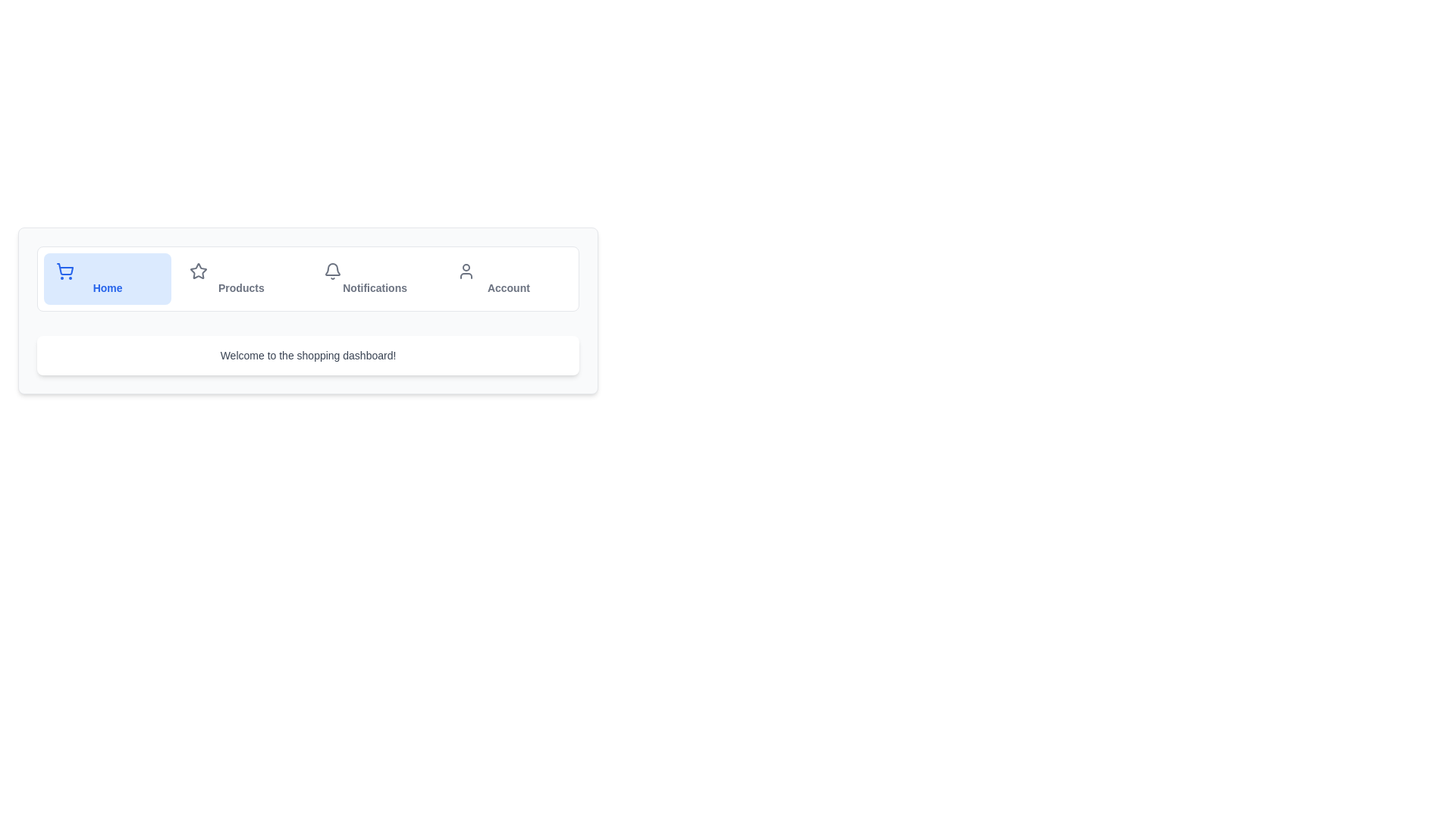 The height and width of the screenshot is (819, 1456). I want to click on the bell icon in the navigation bar, so click(331, 271).